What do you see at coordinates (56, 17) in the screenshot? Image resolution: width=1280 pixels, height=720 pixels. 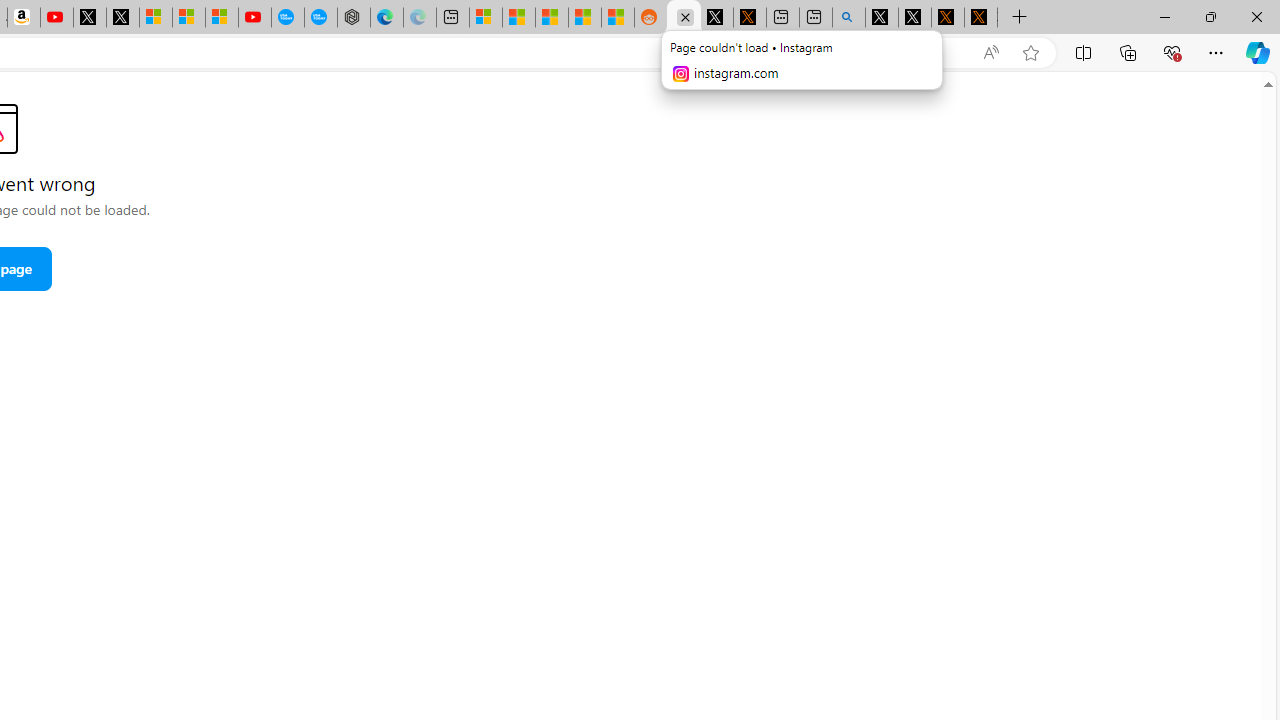 I see `'Day 1: Arriving in Yemen (surreal to be here) - YouTube'` at bounding box center [56, 17].